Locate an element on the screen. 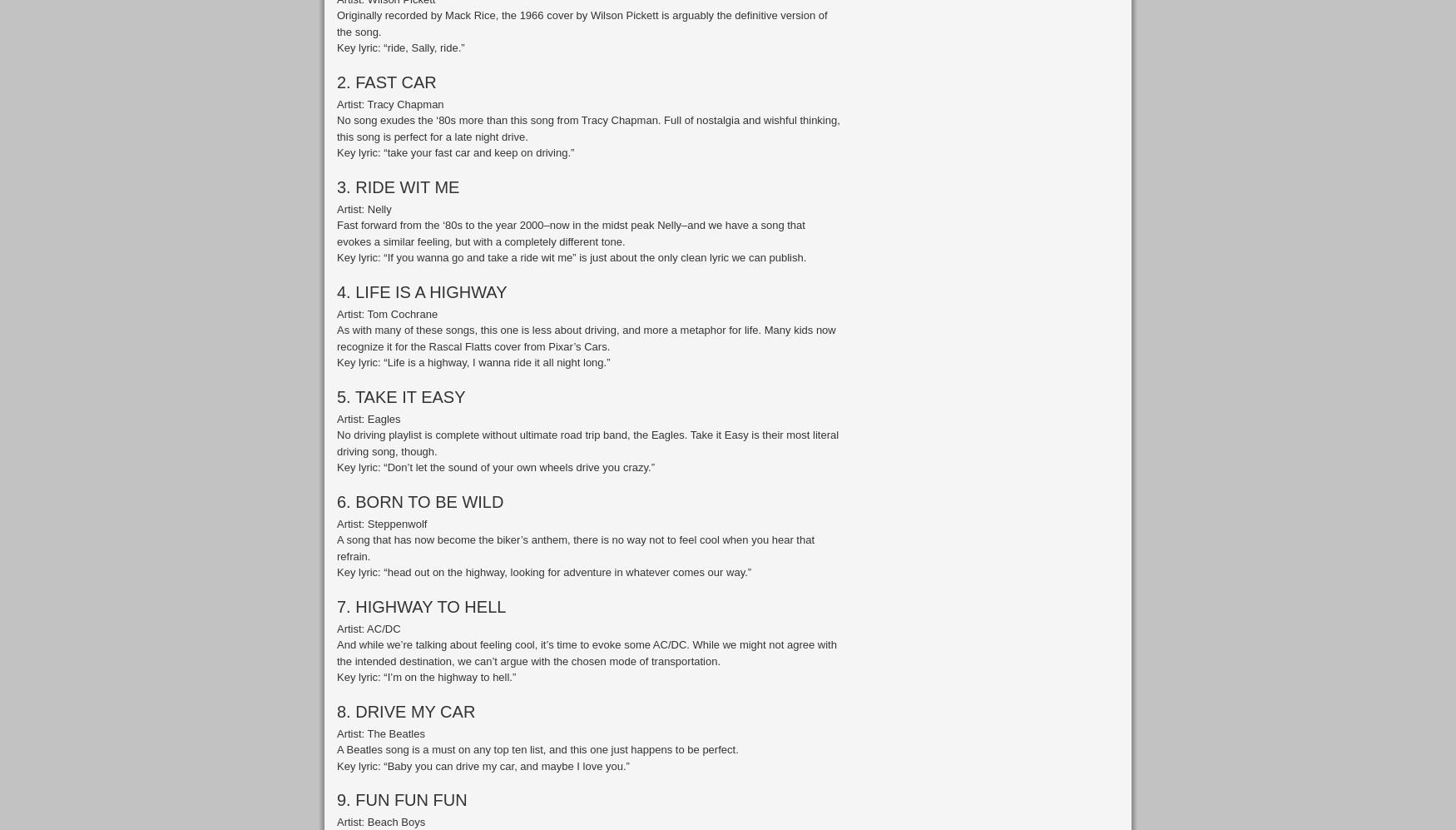 Image resolution: width=1456 pixels, height=830 pixels. 'As with many of these songs, this one is less about driving, and more a metaphor for life. Many kids now recognize it for the Rascal Flatts cover from Pixar’s Cars.' is located at coordinates (586, 337).